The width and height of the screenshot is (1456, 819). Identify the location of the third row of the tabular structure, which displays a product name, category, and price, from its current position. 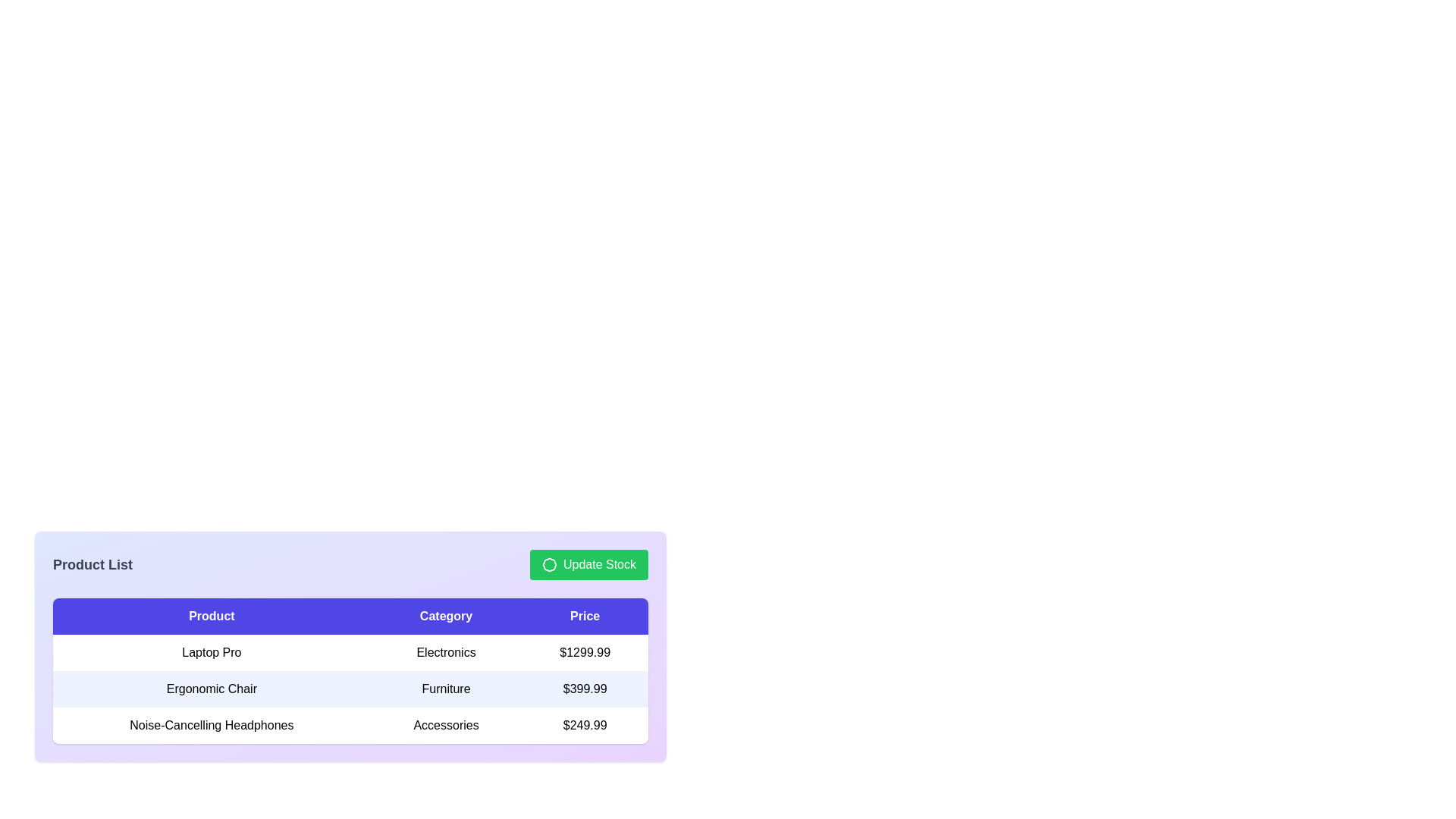
(350, 724).